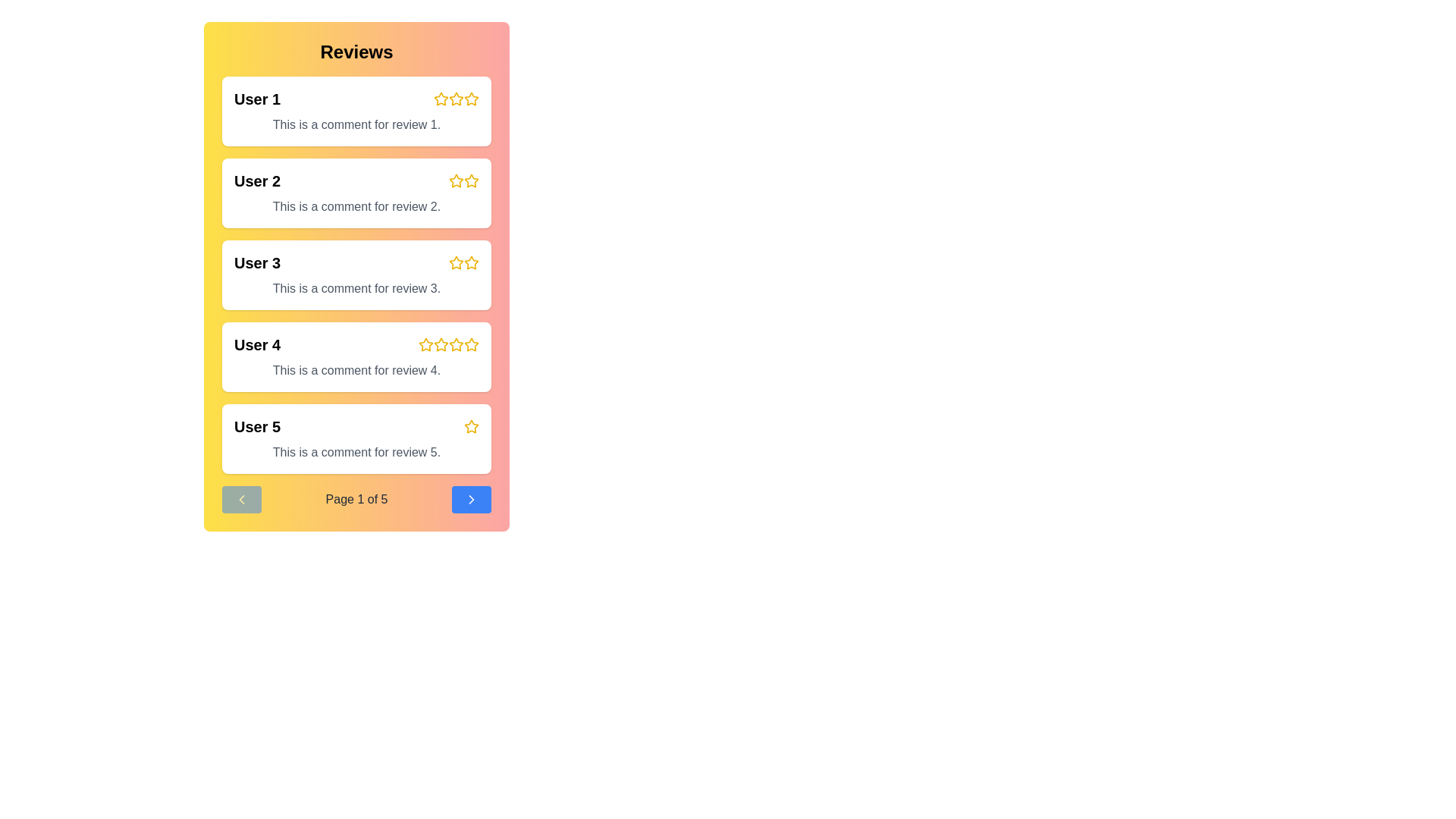 Image resolution: width=1456 pixels, height=819 pixels. What do you see at coordinates (440, 99) in the screenshot?
I see `the first yellow outlined star icon representing a rating unit in the 'User 1' review block` at bounding box center [440, 99].